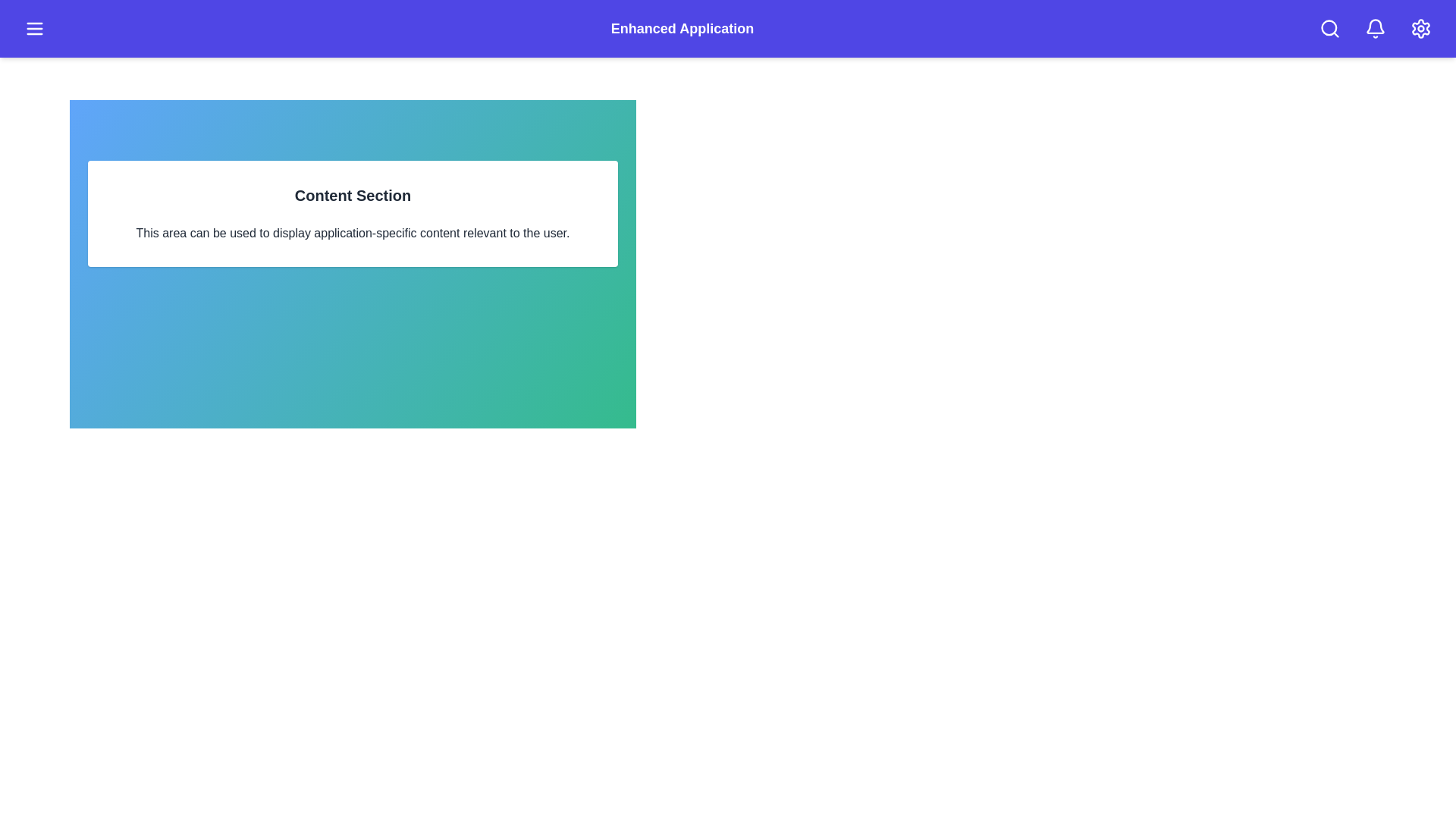 The image size is (1456, 819). What do you see at coordinates (1376, 29) in the screenshot?
I see `the bell icon to view notifications` at bounding box center [1376, 29].